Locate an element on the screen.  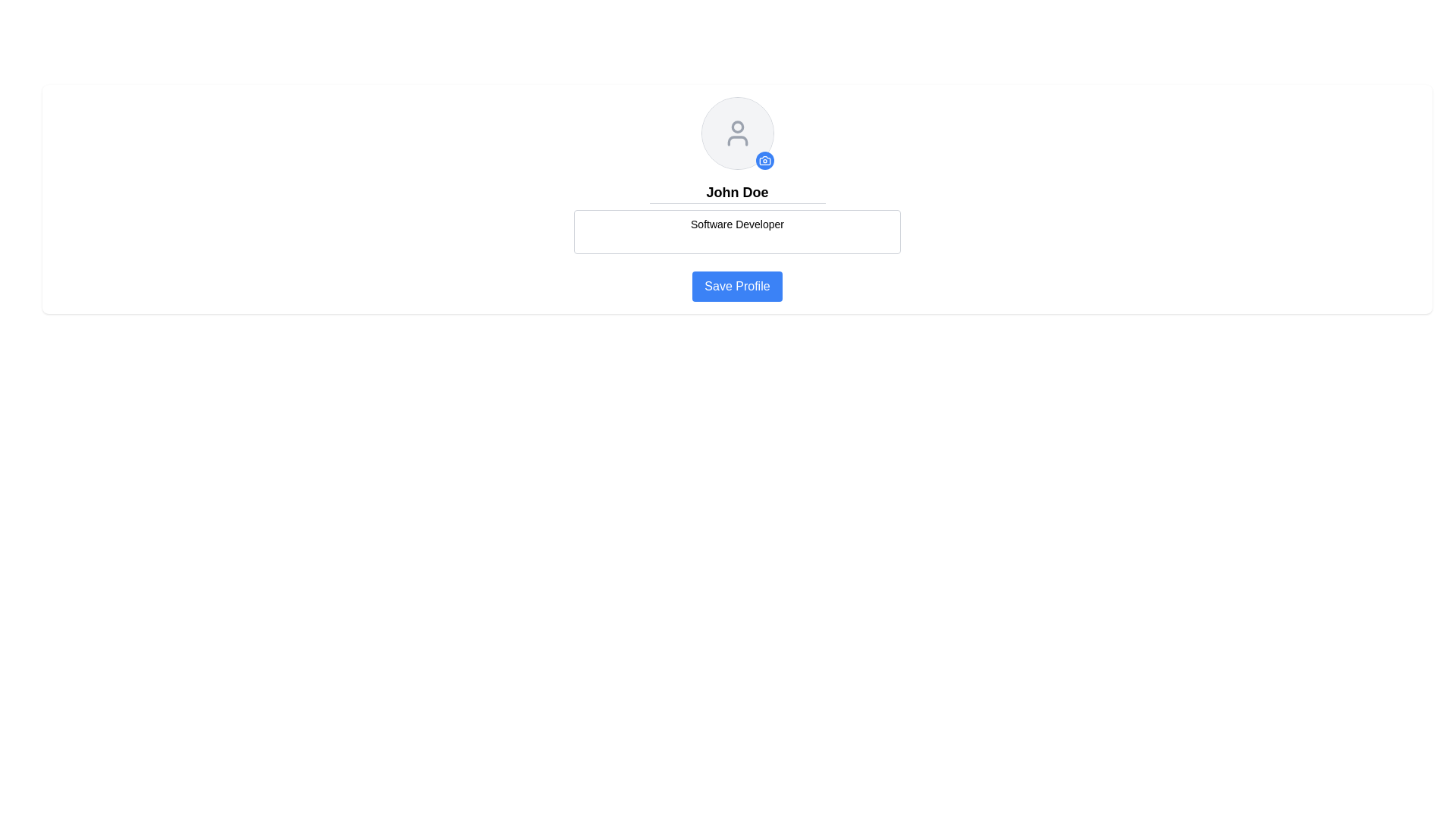
the text label displaying 'Software Developer', which is located beneath the input for 'John Doe' and above the 'Save Profile' button is located at coordinates (737, 220).